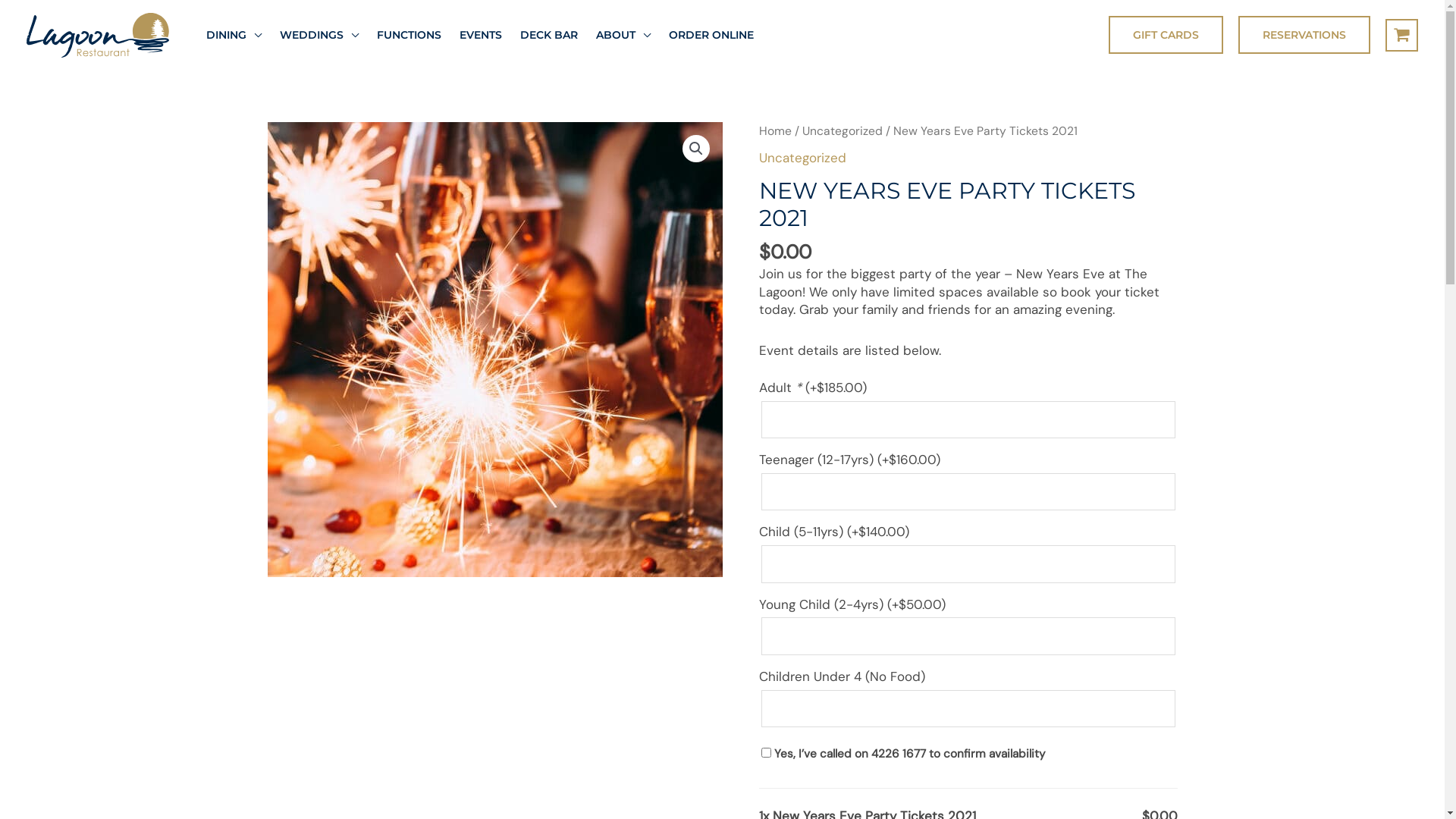 The width and height of the screenshot is (1456, 819). Describe the element at coordinates (758, 130) in the screenshot. I see `'Home'` at that location.